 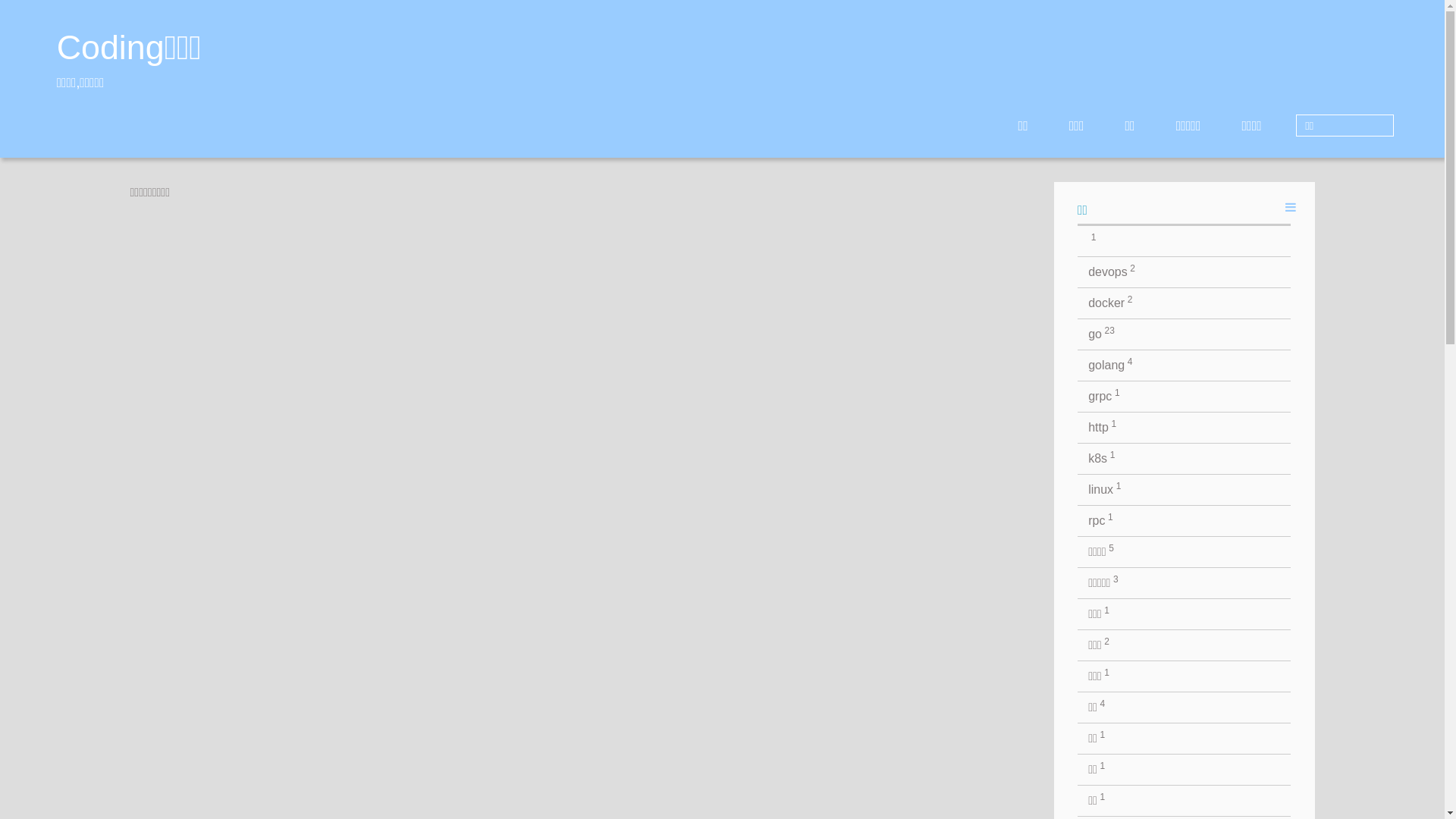 What do you see at coordinates (1183, 271) in the screenshot?
I see `'devops2'` at bounding box center [1183, 271].